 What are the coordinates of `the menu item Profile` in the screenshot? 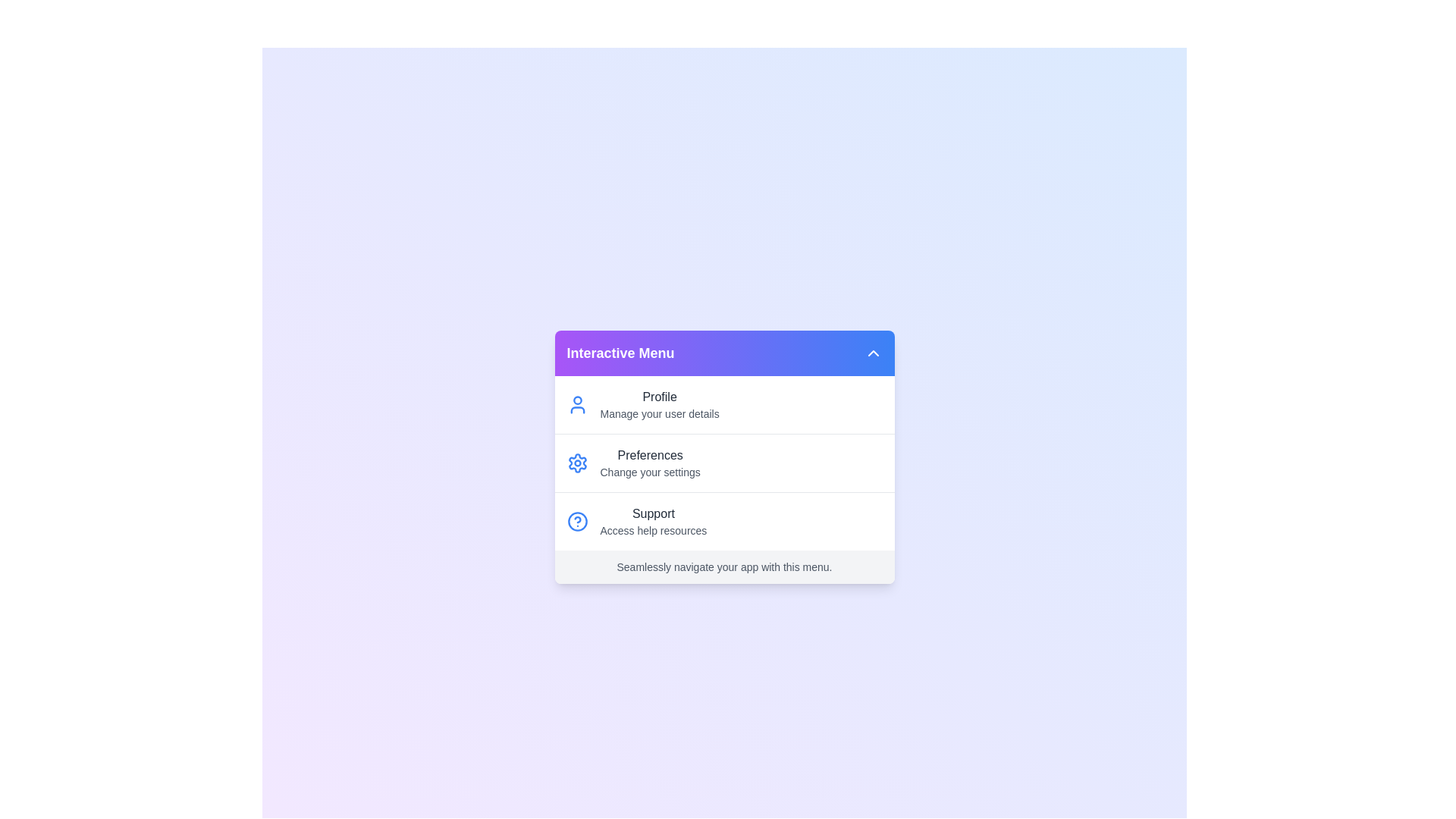 It's located at (723, 403).